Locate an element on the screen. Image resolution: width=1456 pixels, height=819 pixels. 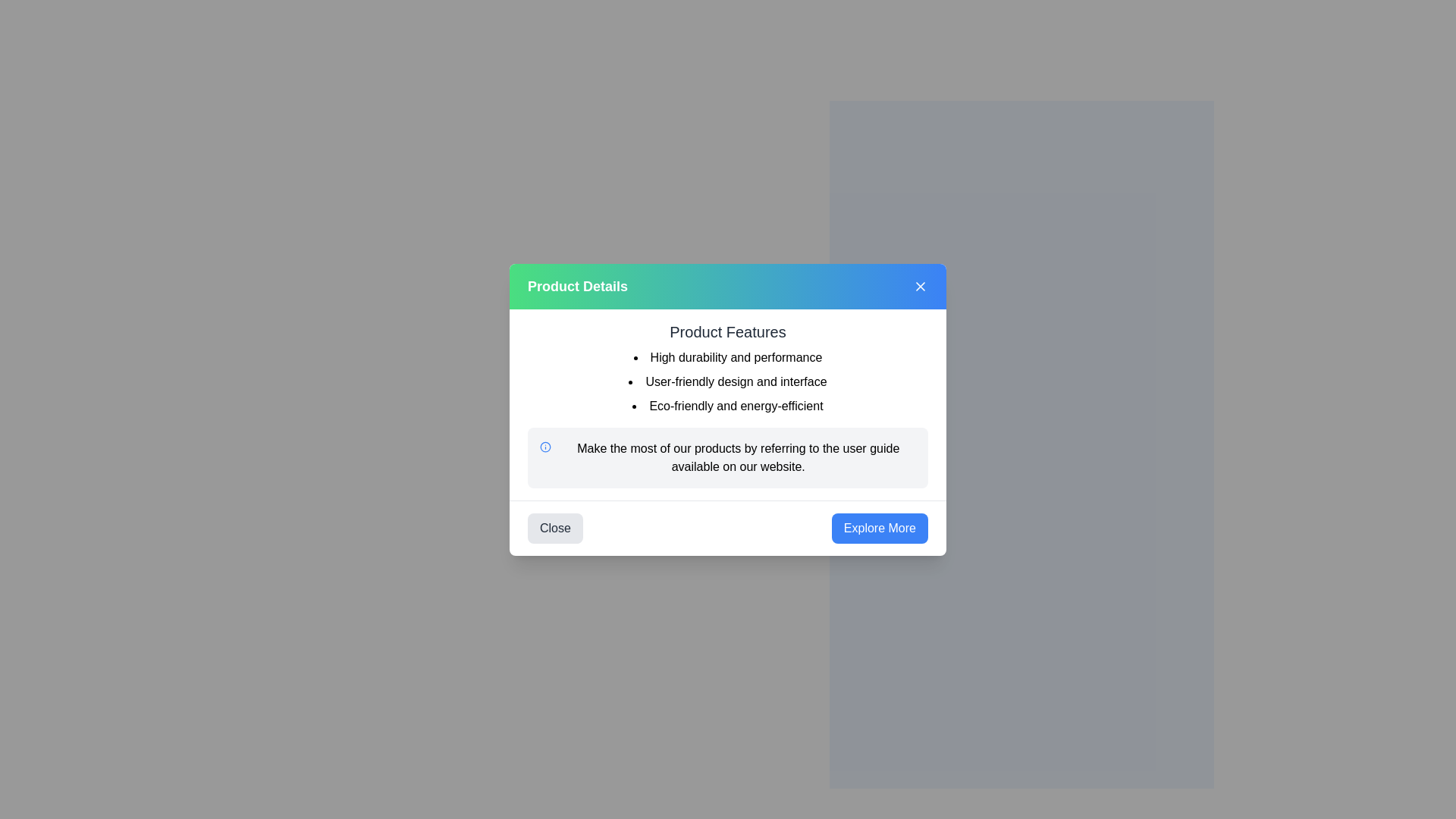
the close button located at the top-right corner of the 'Product Details' modal is located at coordinates (920, 286).